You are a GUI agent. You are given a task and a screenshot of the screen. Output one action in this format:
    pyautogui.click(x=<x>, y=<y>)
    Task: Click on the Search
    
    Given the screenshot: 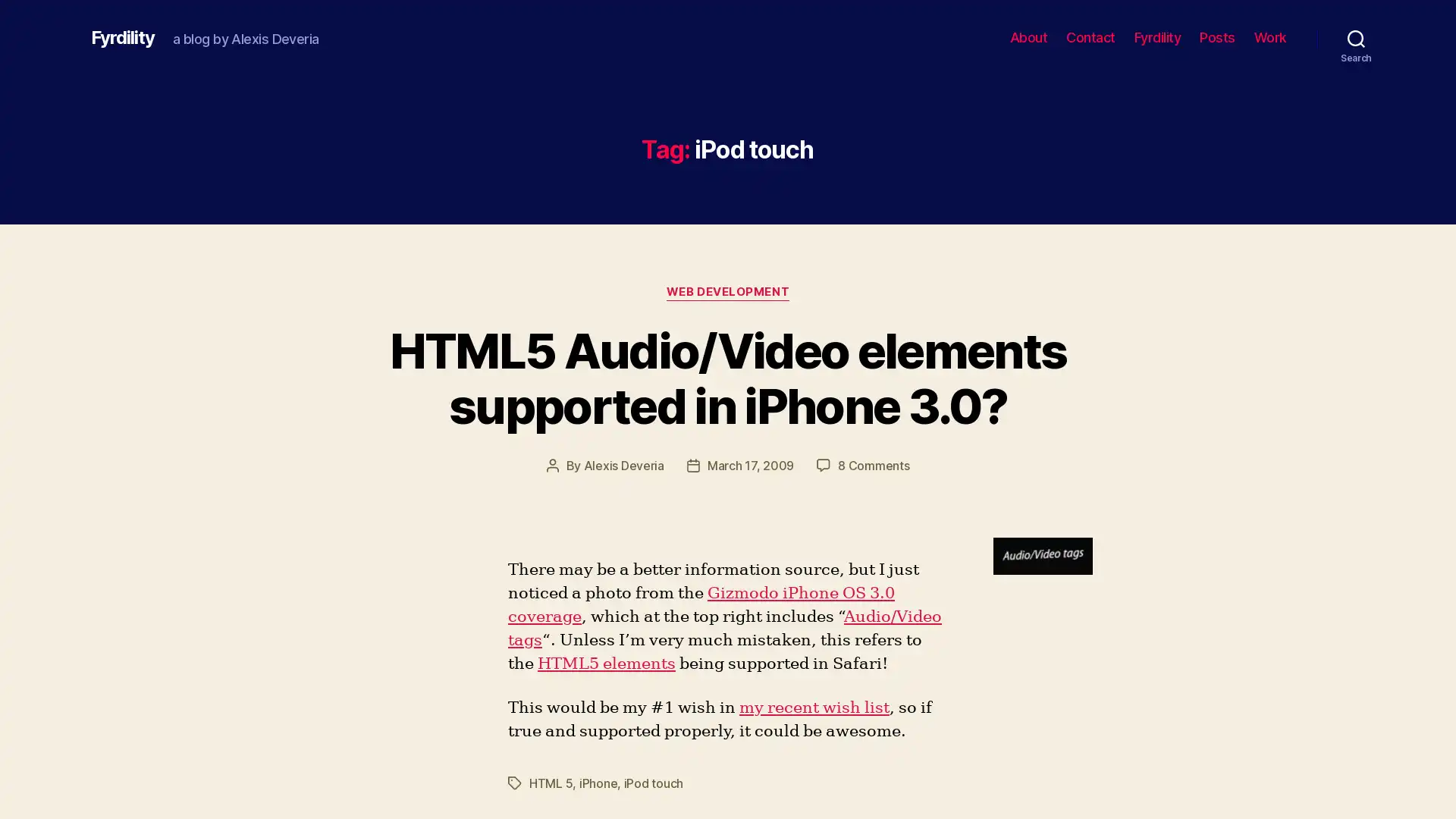 What is the action you would take?
    pyautogui.click(x=1356, y=37)
    